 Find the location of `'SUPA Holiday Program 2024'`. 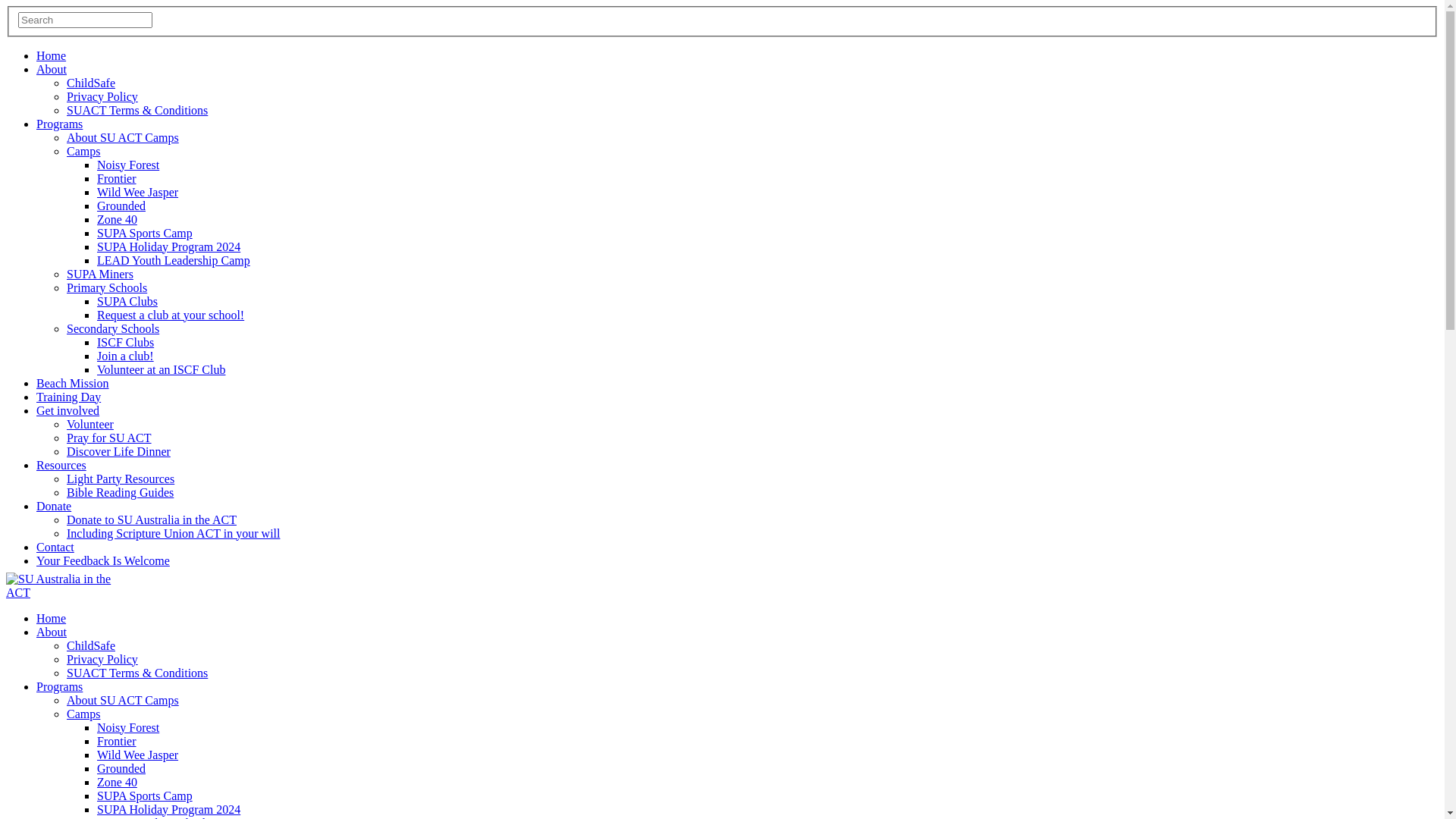

'SUPA Holiday Program 2024' is located at coordinates (96, 246).